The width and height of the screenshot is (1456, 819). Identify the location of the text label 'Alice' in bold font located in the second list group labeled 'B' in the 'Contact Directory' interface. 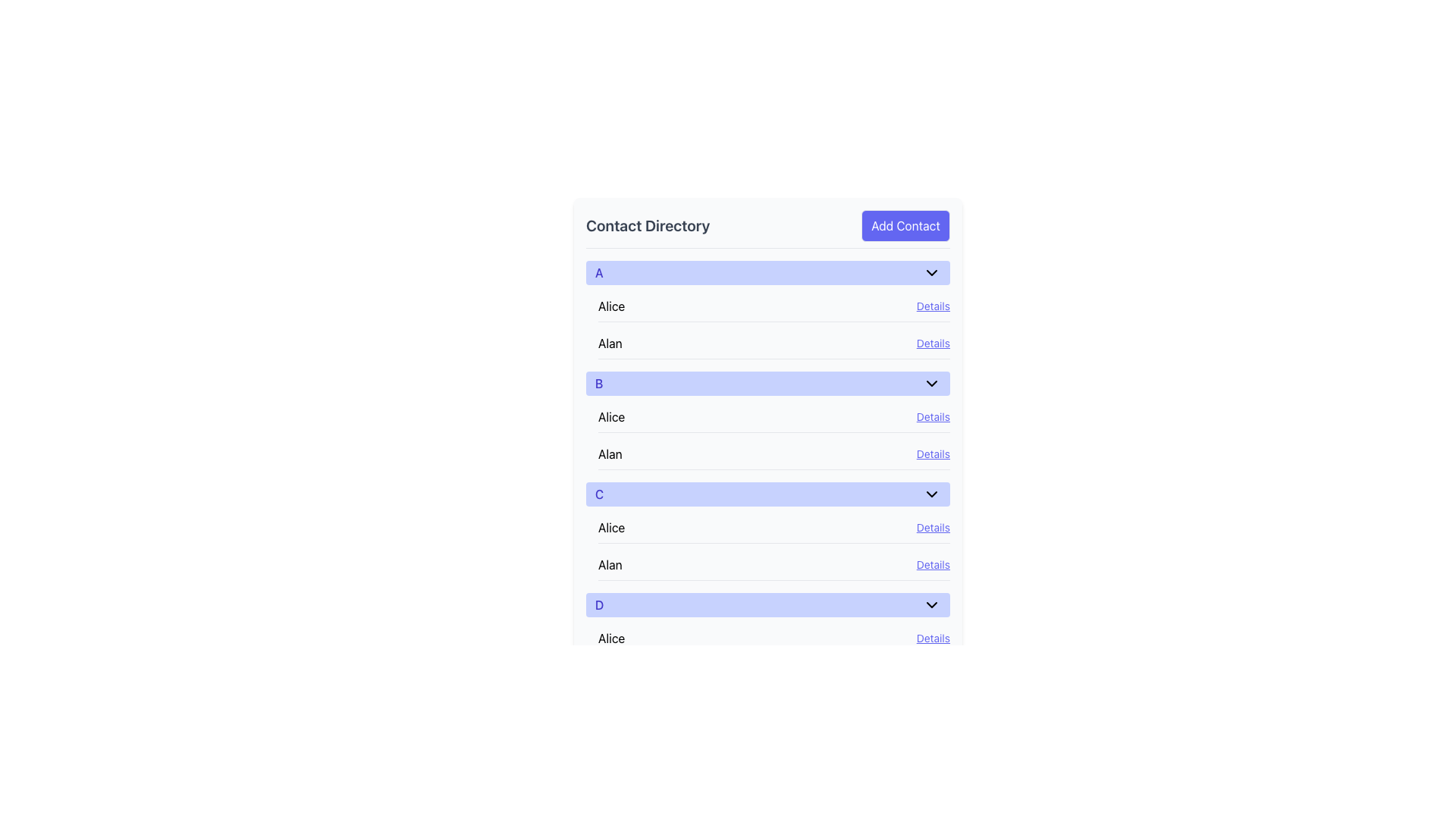
(611, 417).